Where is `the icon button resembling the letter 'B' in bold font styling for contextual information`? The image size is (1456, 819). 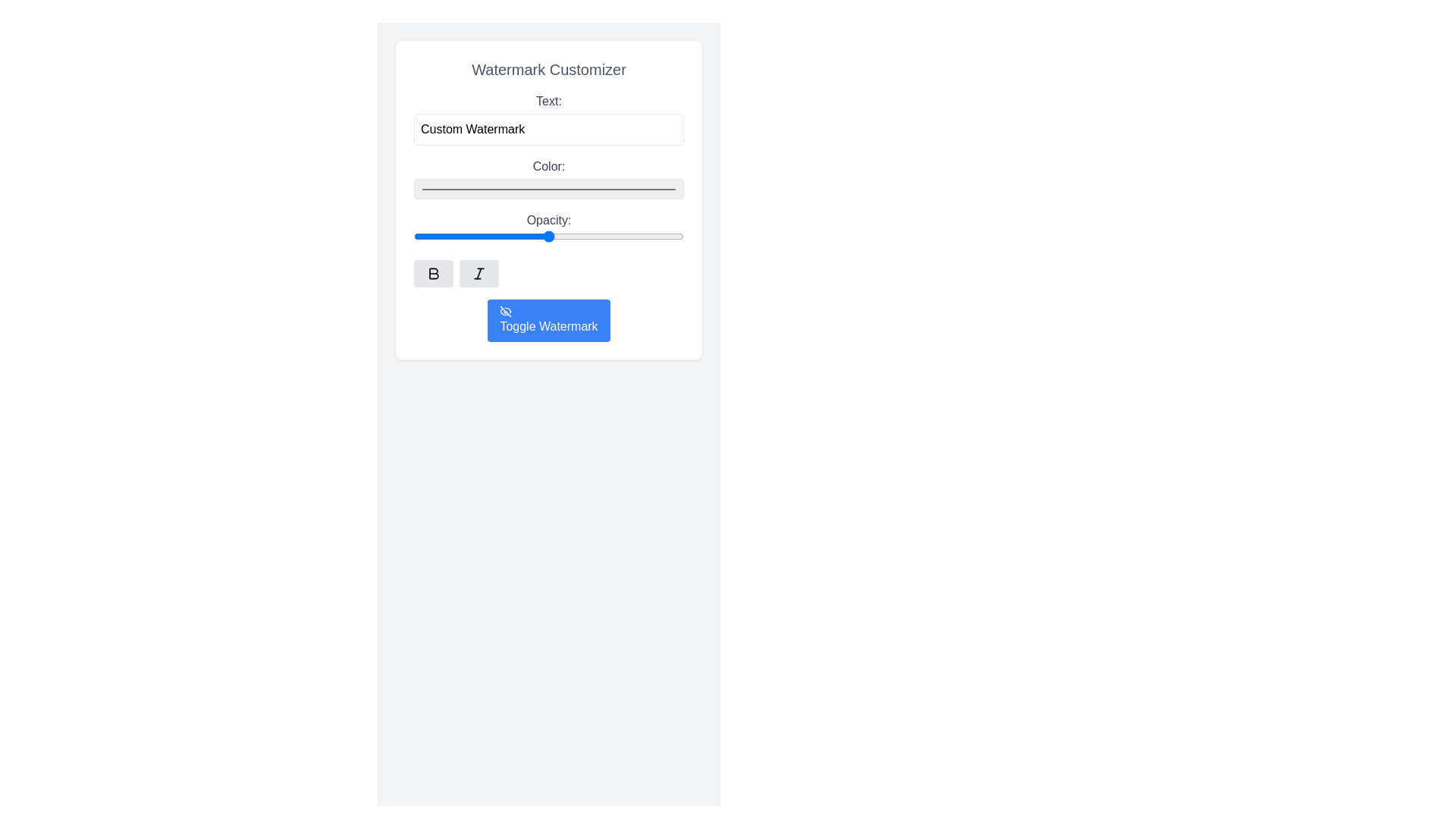
the icon button resembling the letter 'B' in bold font styling for contextual information is located at coordinates (432, 274).